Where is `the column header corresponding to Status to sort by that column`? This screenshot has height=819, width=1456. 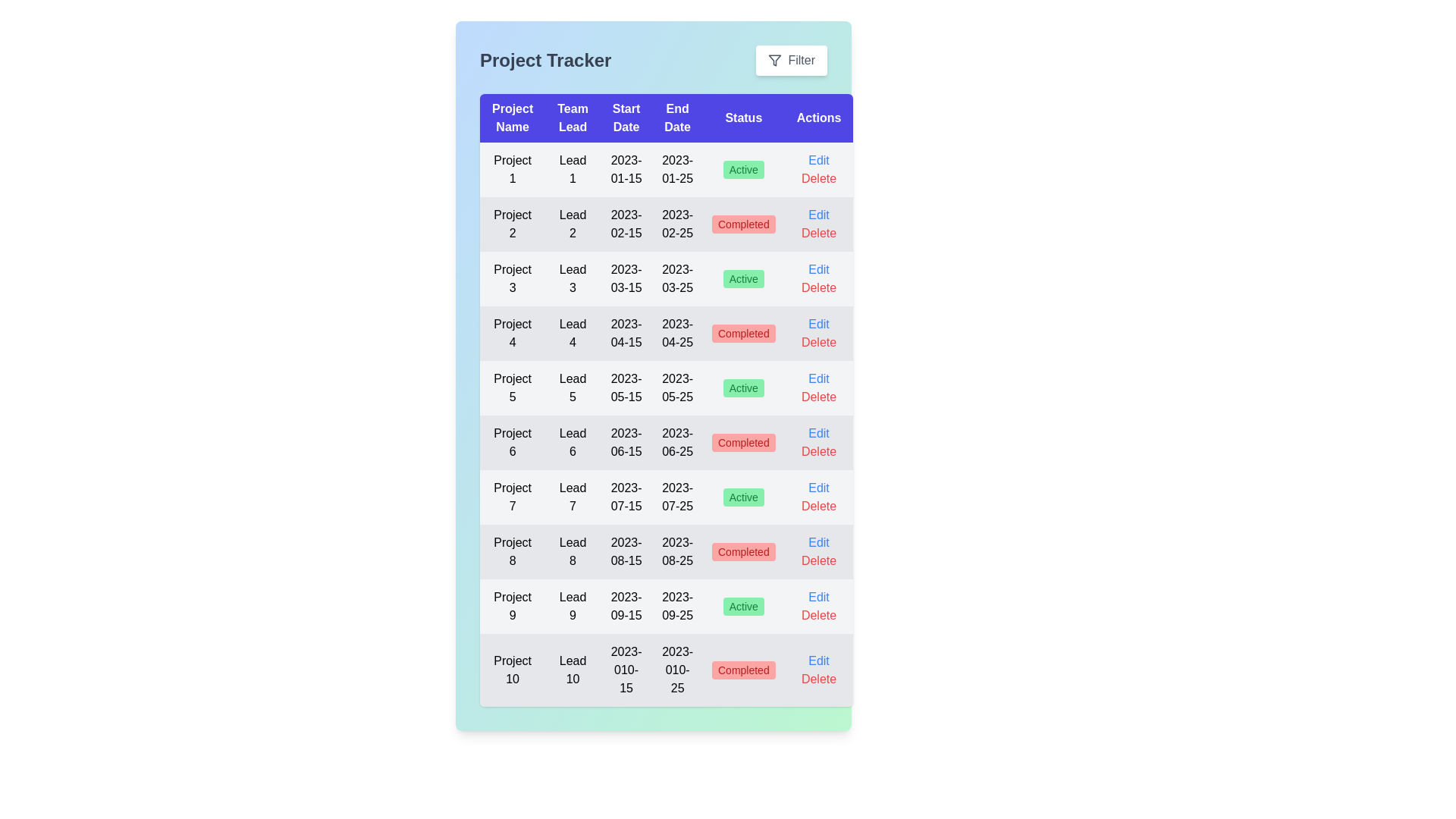
the column header corresponding to Status to sort by that column is located at coordinates (743, 117).